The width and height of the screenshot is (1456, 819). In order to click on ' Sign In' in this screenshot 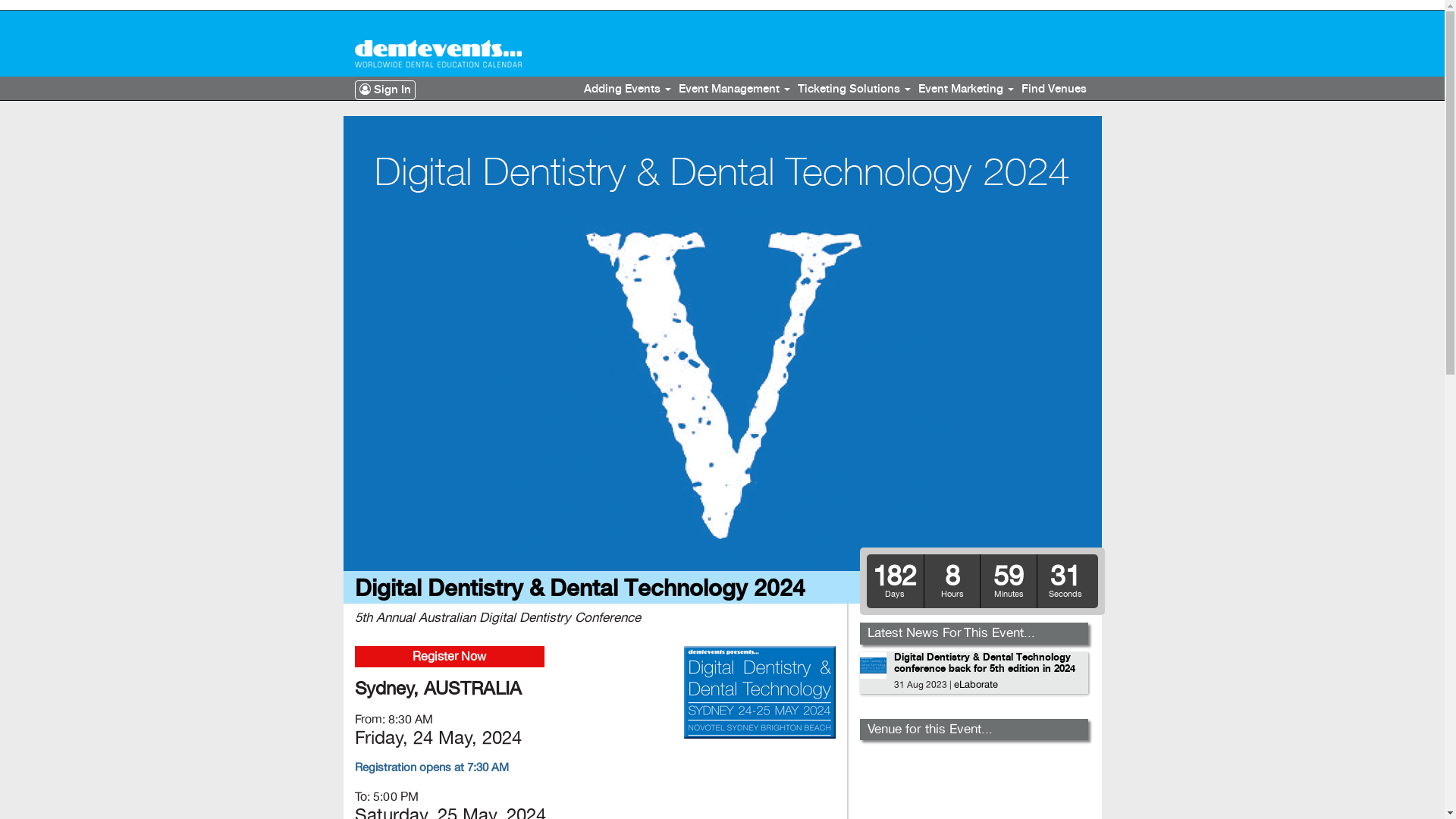, I will do `click(353, 90)`.